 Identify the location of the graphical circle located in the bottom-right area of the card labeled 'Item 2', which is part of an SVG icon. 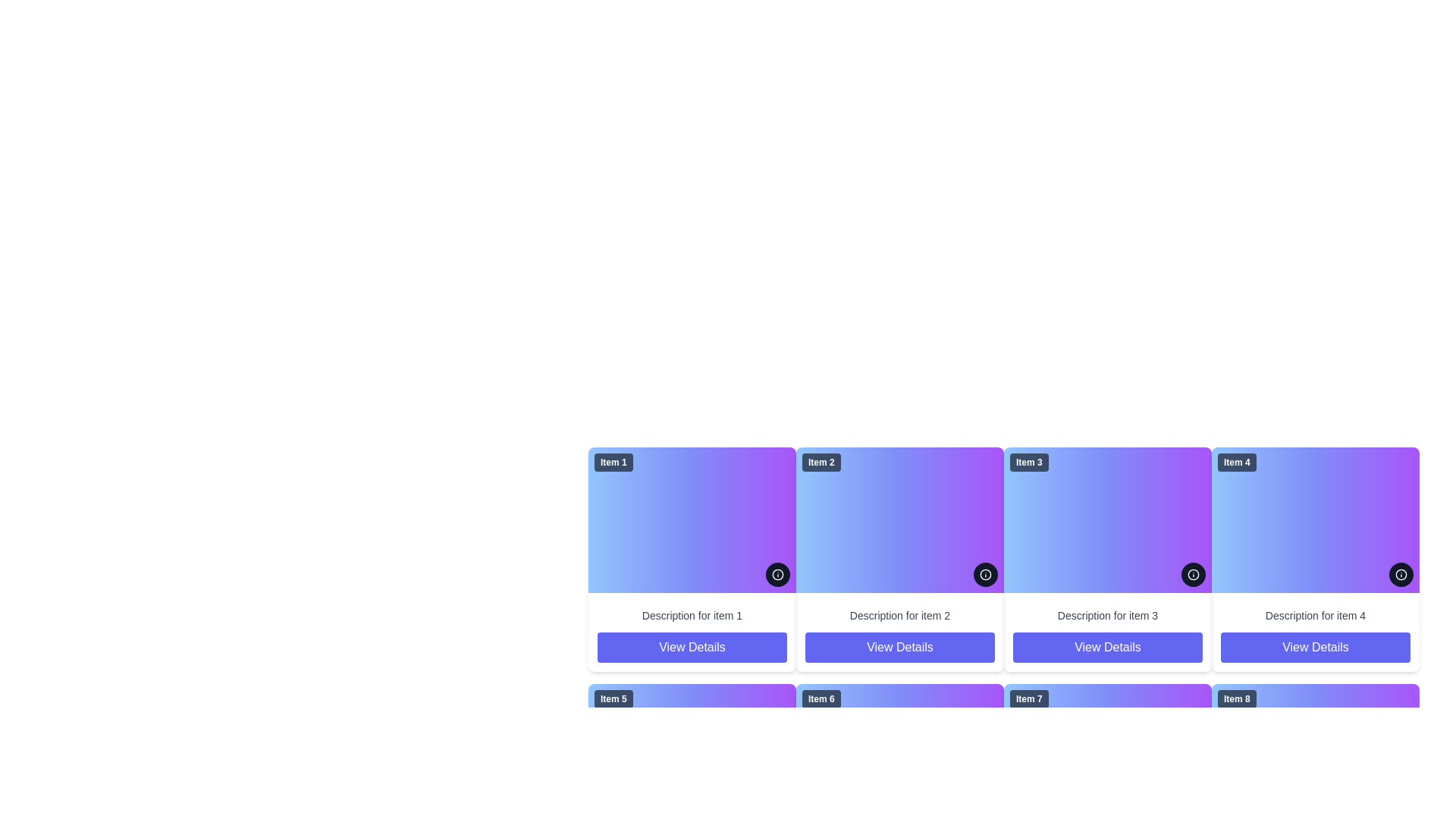
(778, 575).